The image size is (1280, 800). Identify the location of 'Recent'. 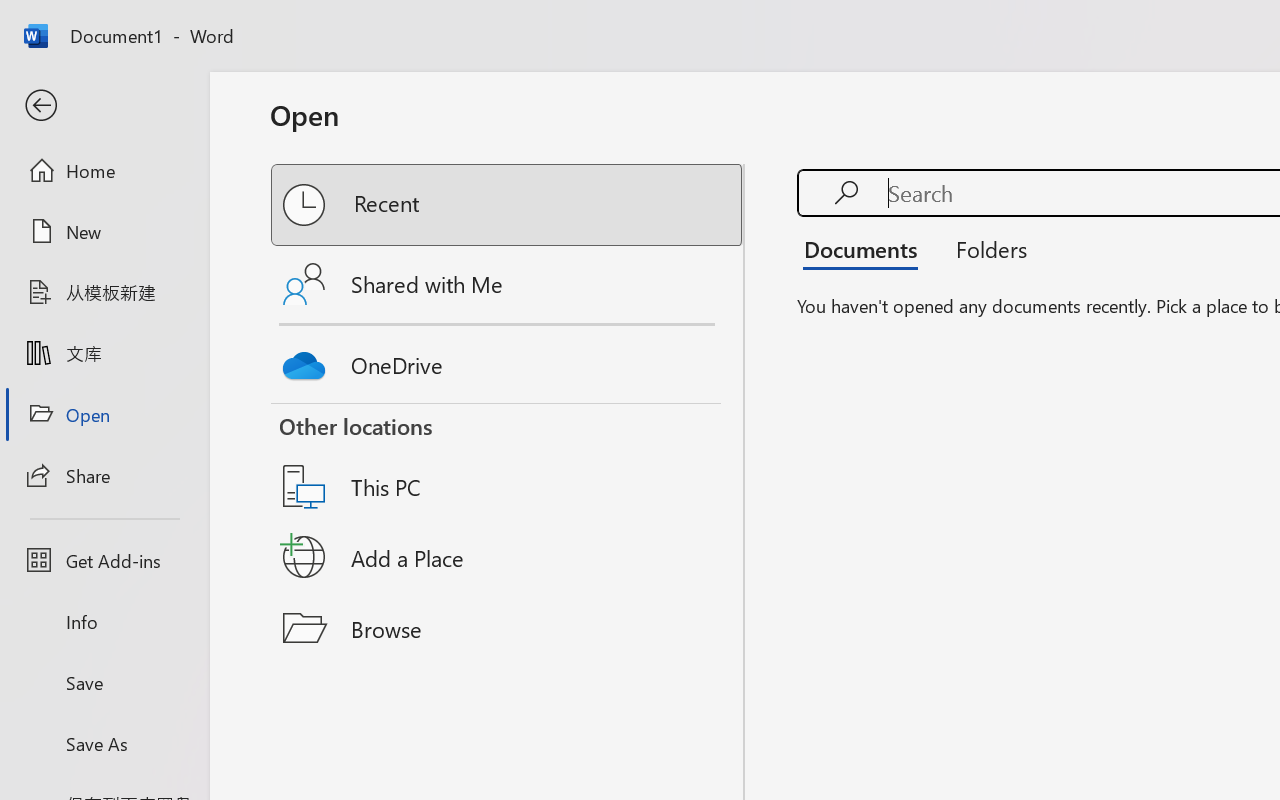
(508, 205).